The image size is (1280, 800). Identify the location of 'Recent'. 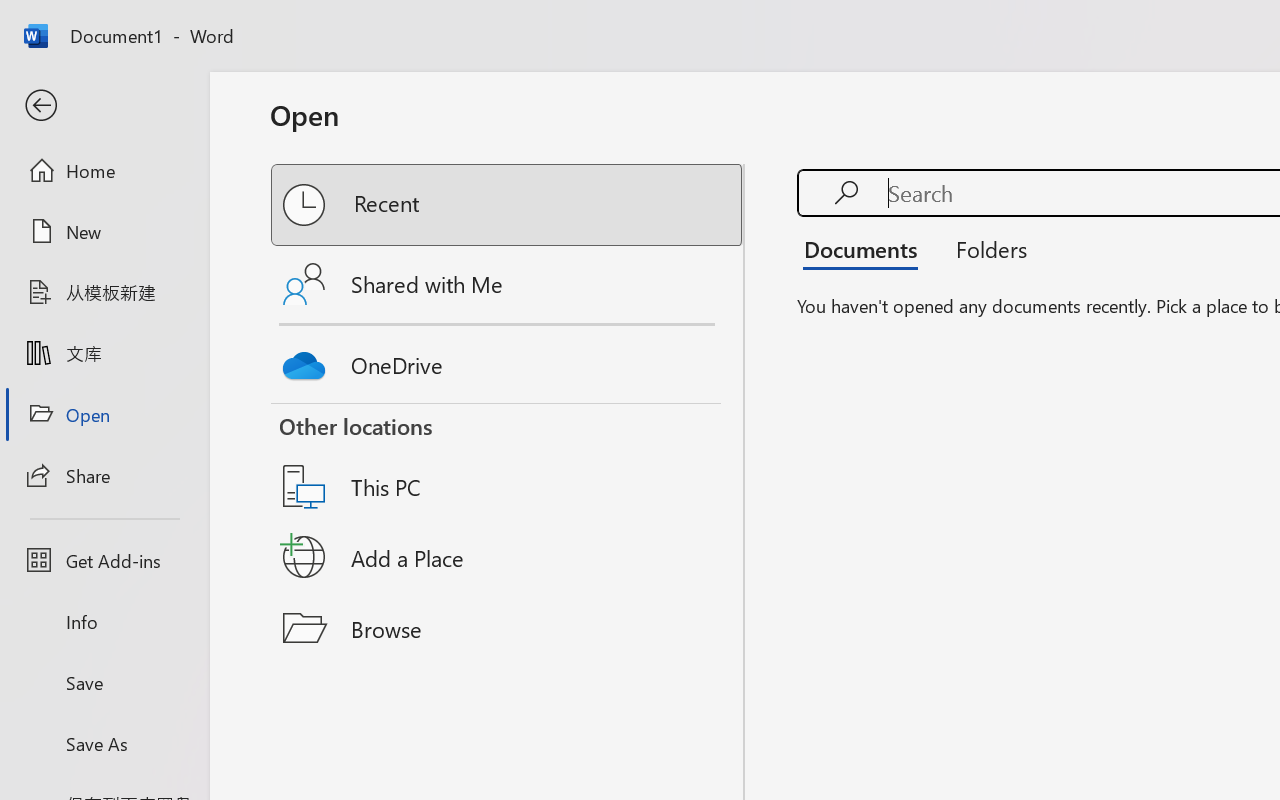
(508, 205).